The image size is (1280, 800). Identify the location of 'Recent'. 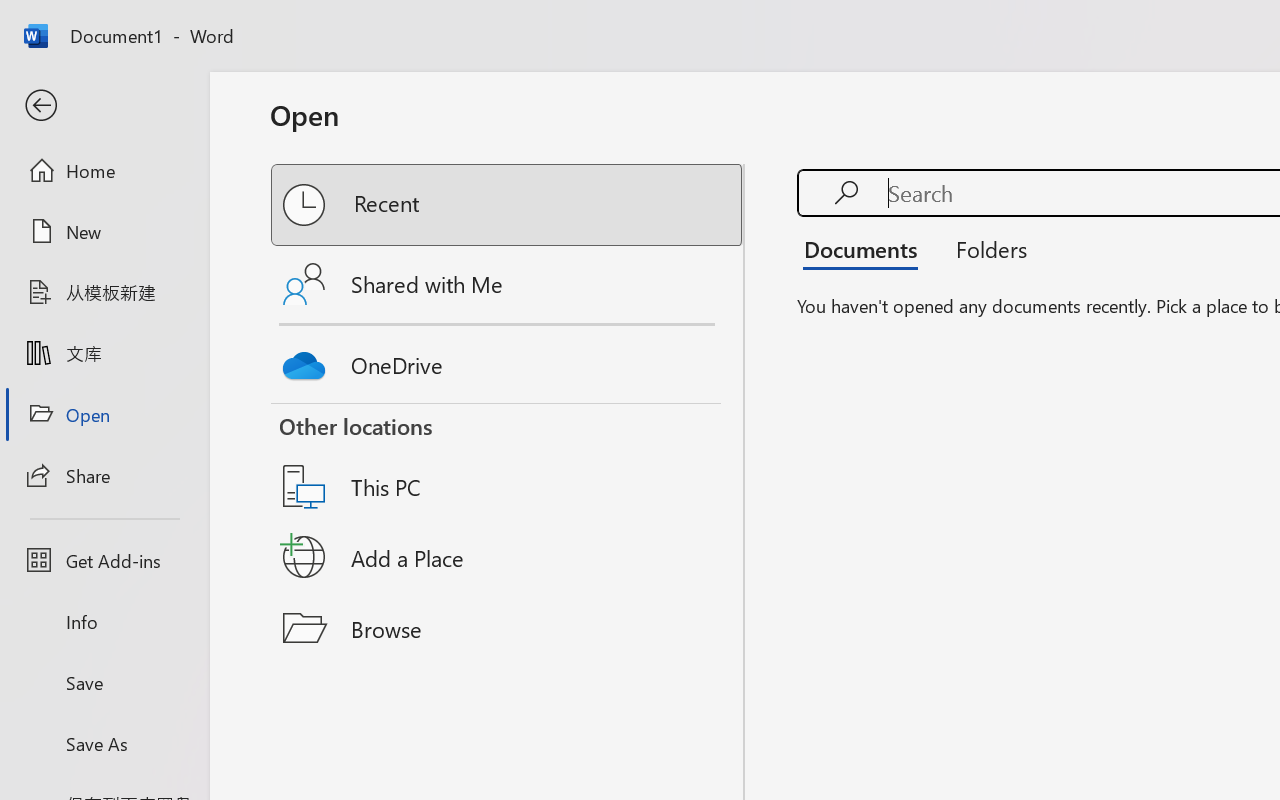
(508, 205).